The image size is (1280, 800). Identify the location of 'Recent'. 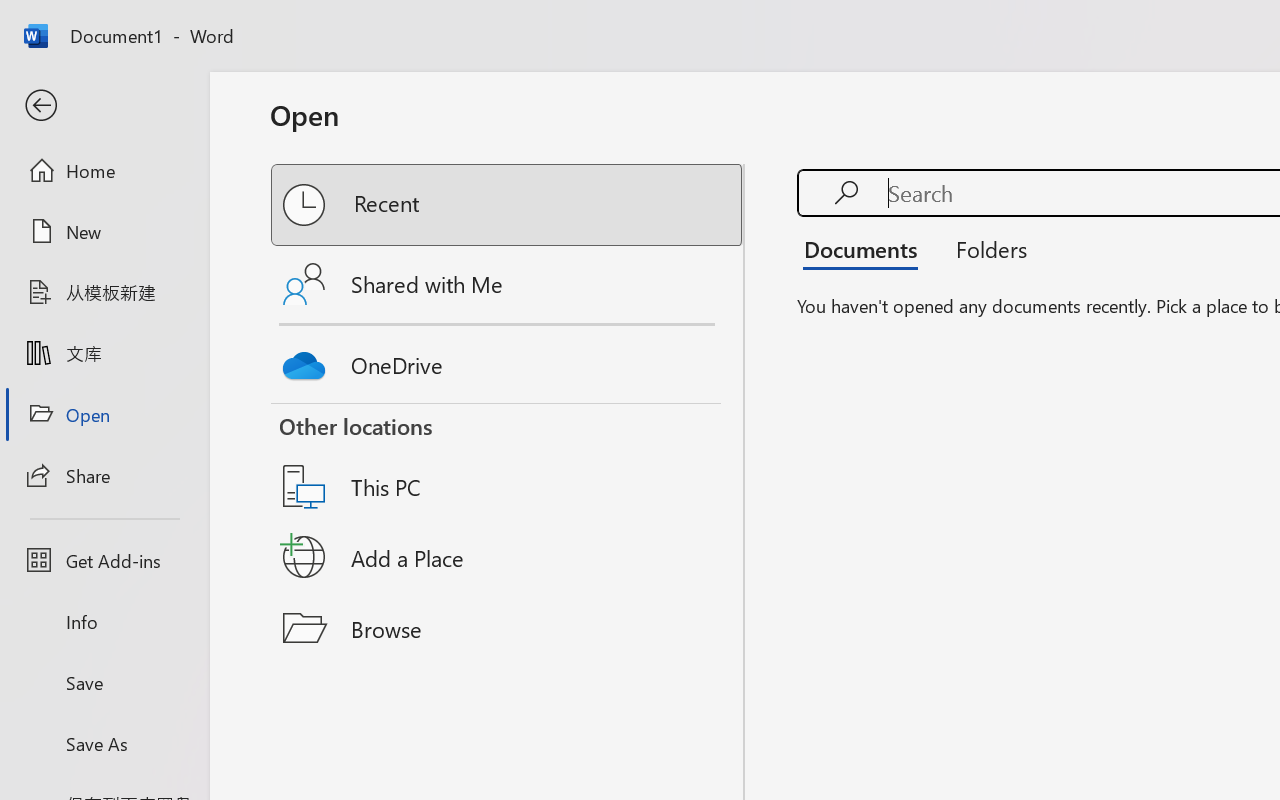
(508, 205).